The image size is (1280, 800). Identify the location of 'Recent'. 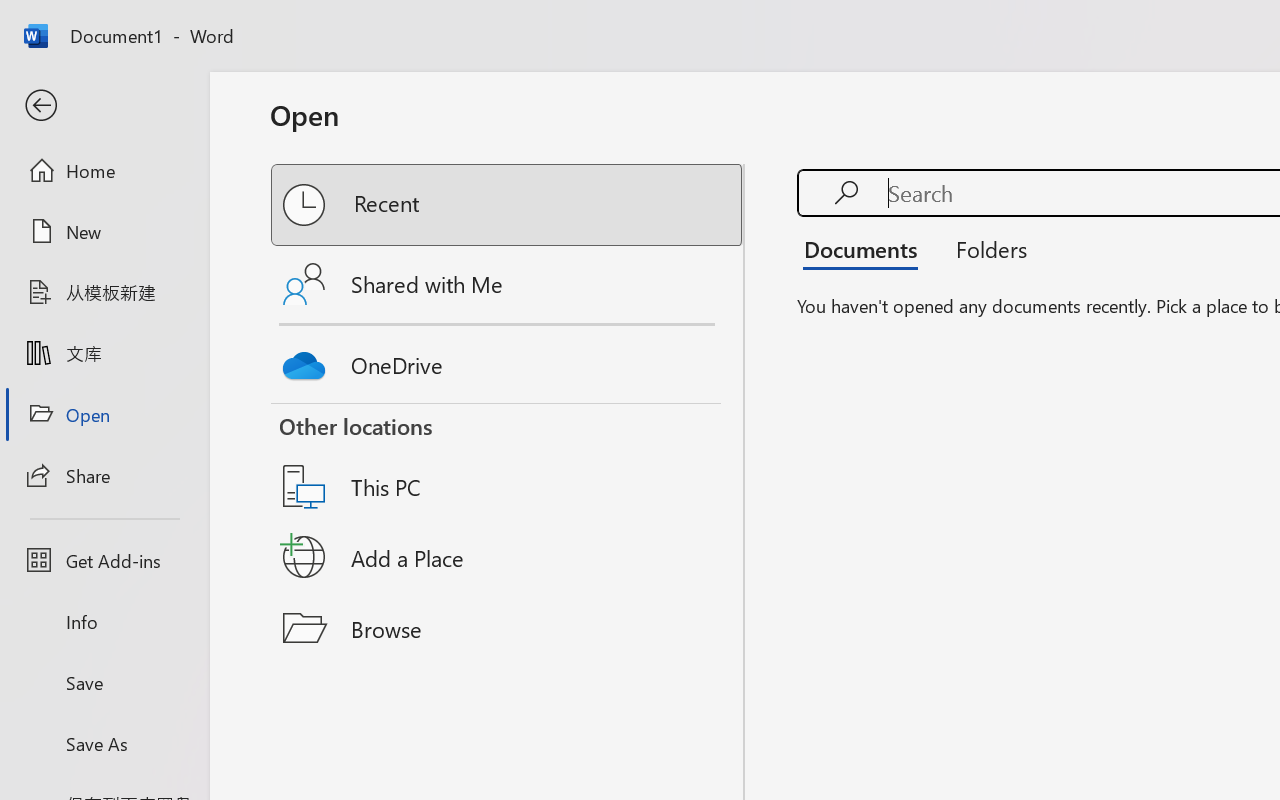
(508, 205).